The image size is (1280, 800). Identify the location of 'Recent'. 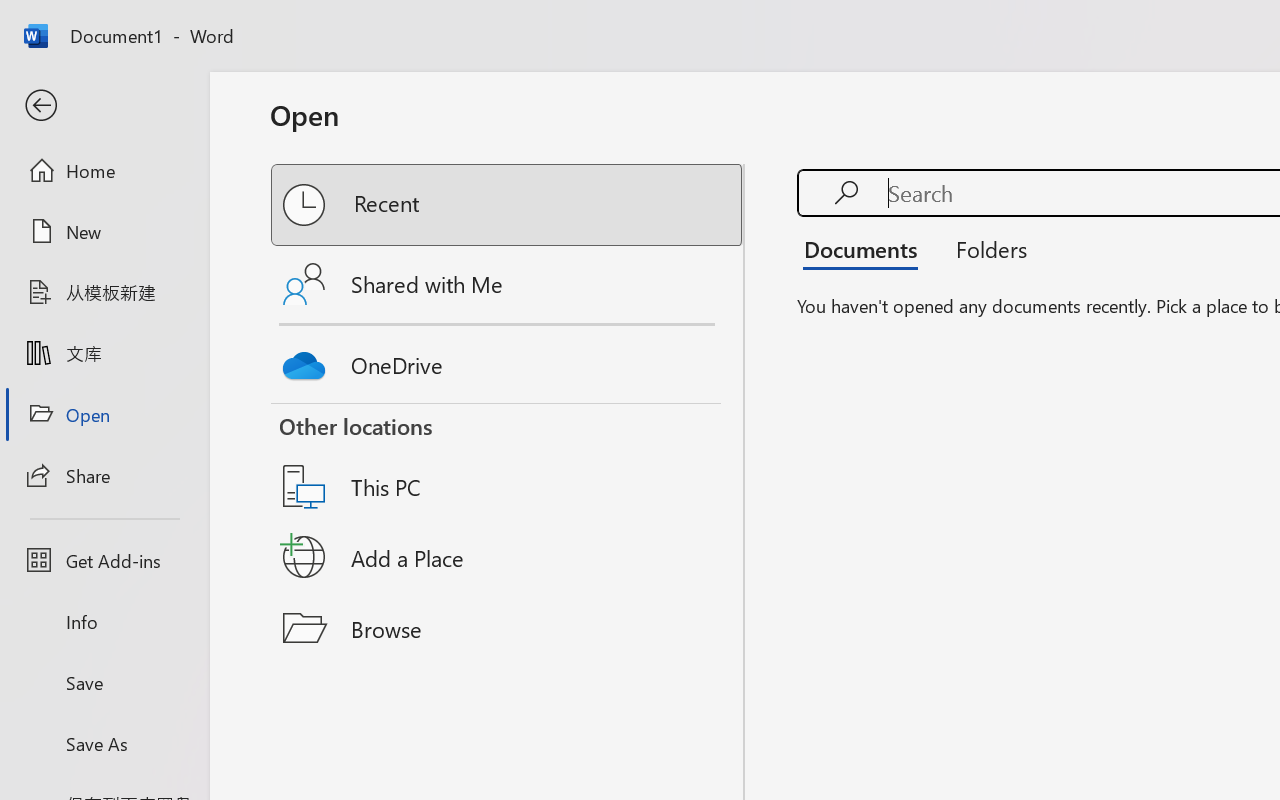
(508, 205).